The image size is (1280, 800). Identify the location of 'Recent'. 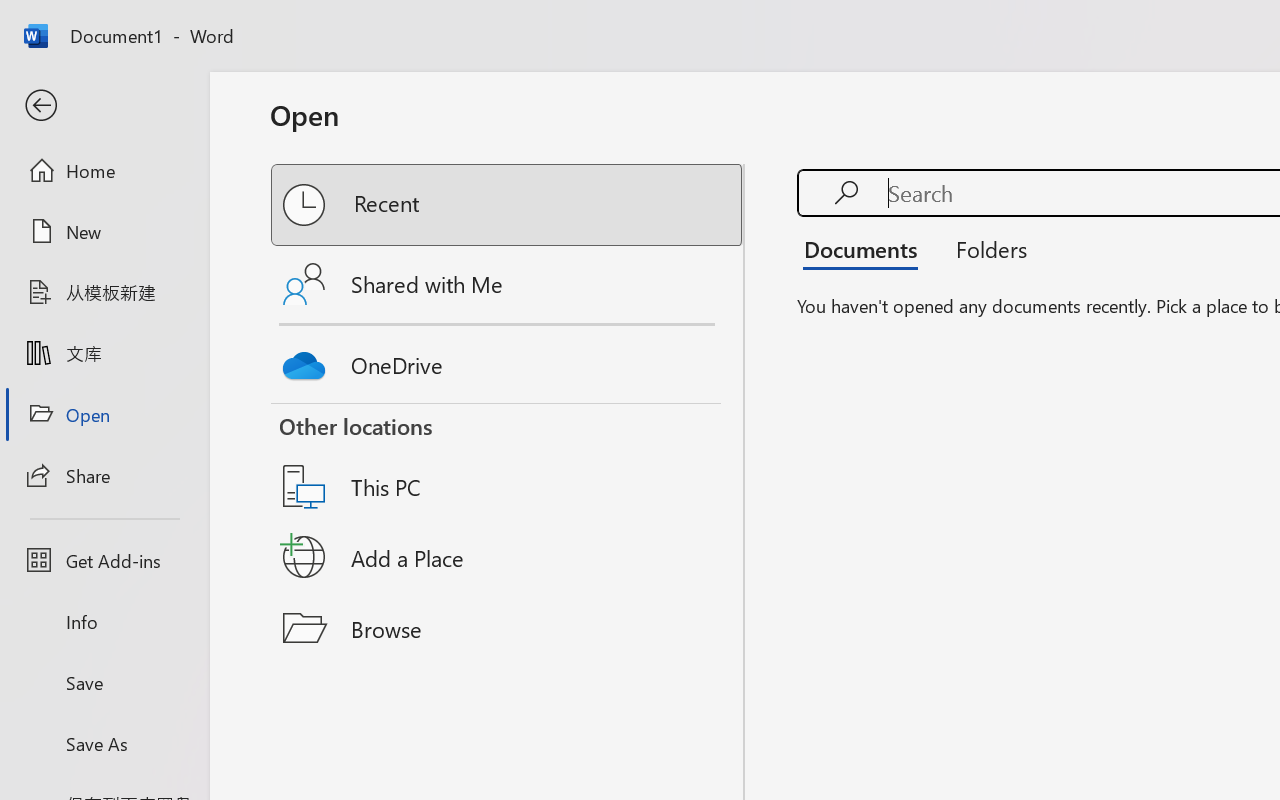
(508, 205).